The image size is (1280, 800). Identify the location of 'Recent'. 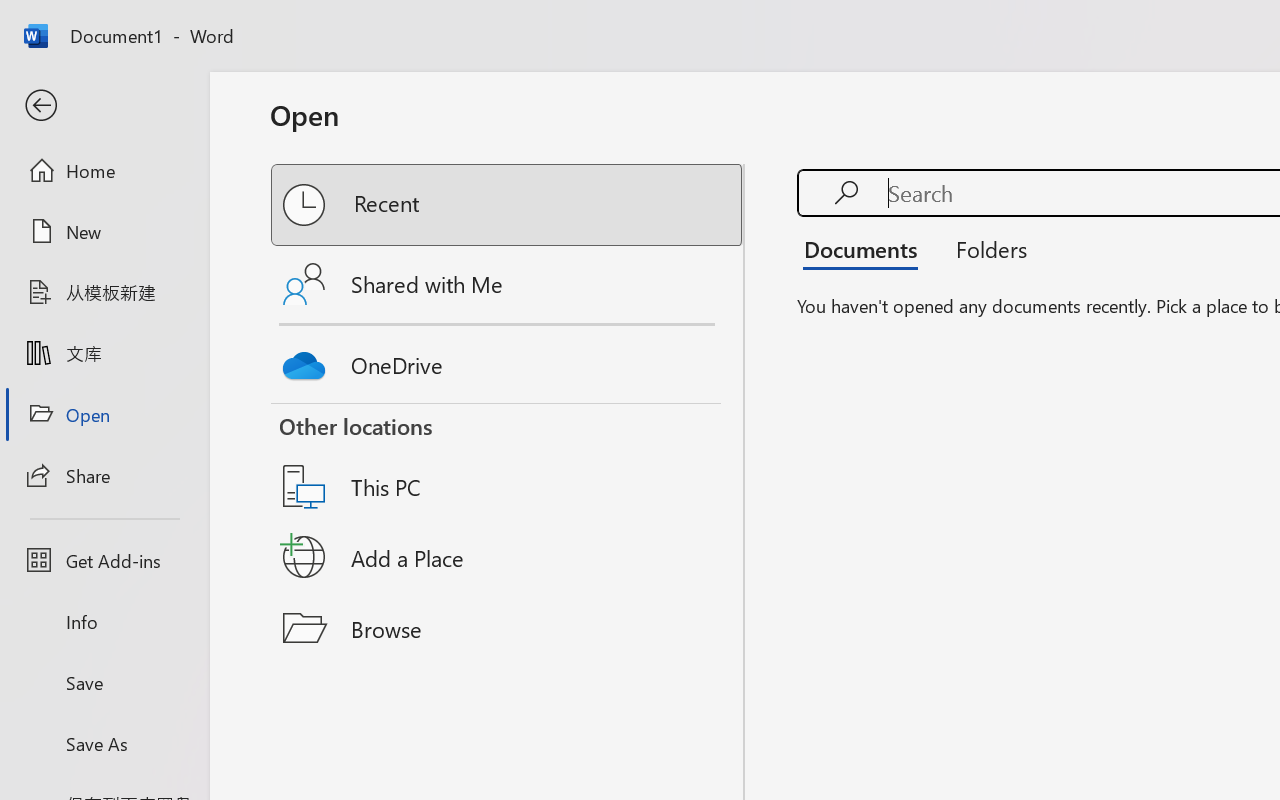
(508, 205).